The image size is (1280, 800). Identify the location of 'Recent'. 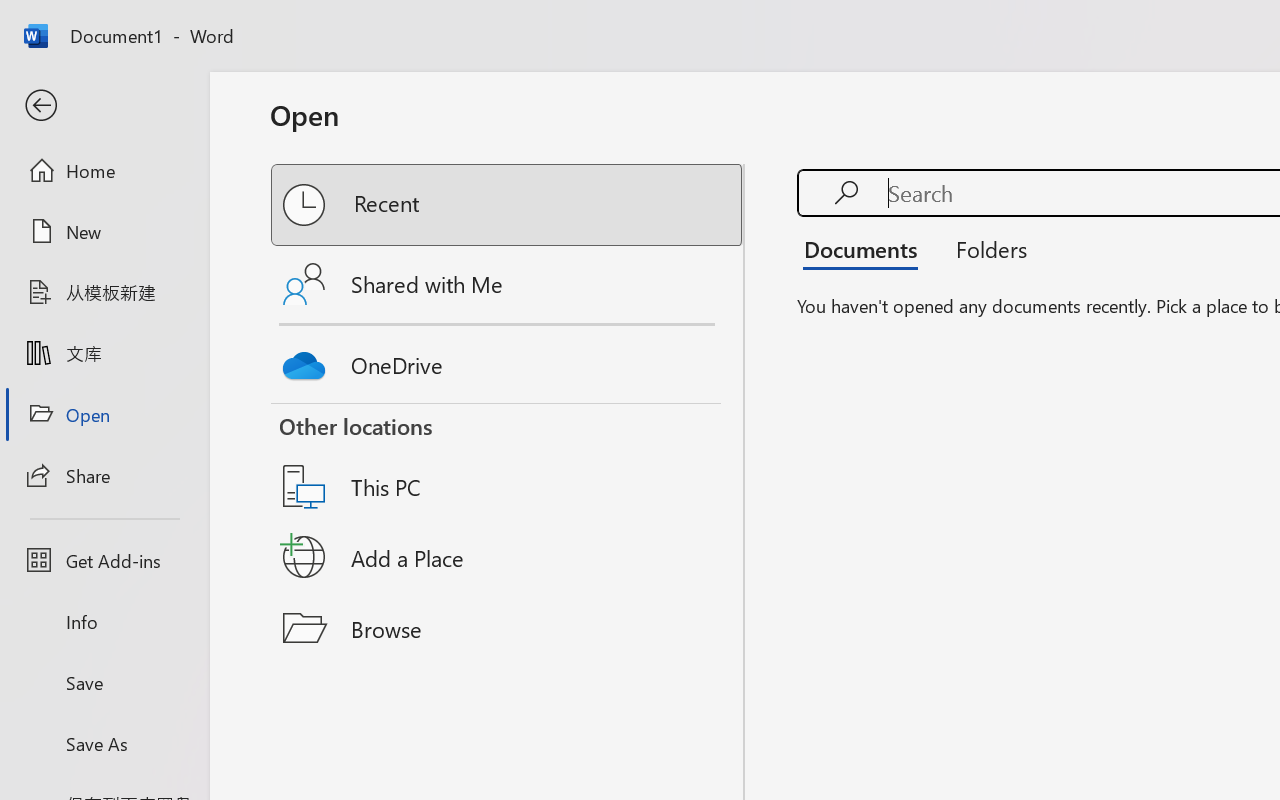
(508, 205).